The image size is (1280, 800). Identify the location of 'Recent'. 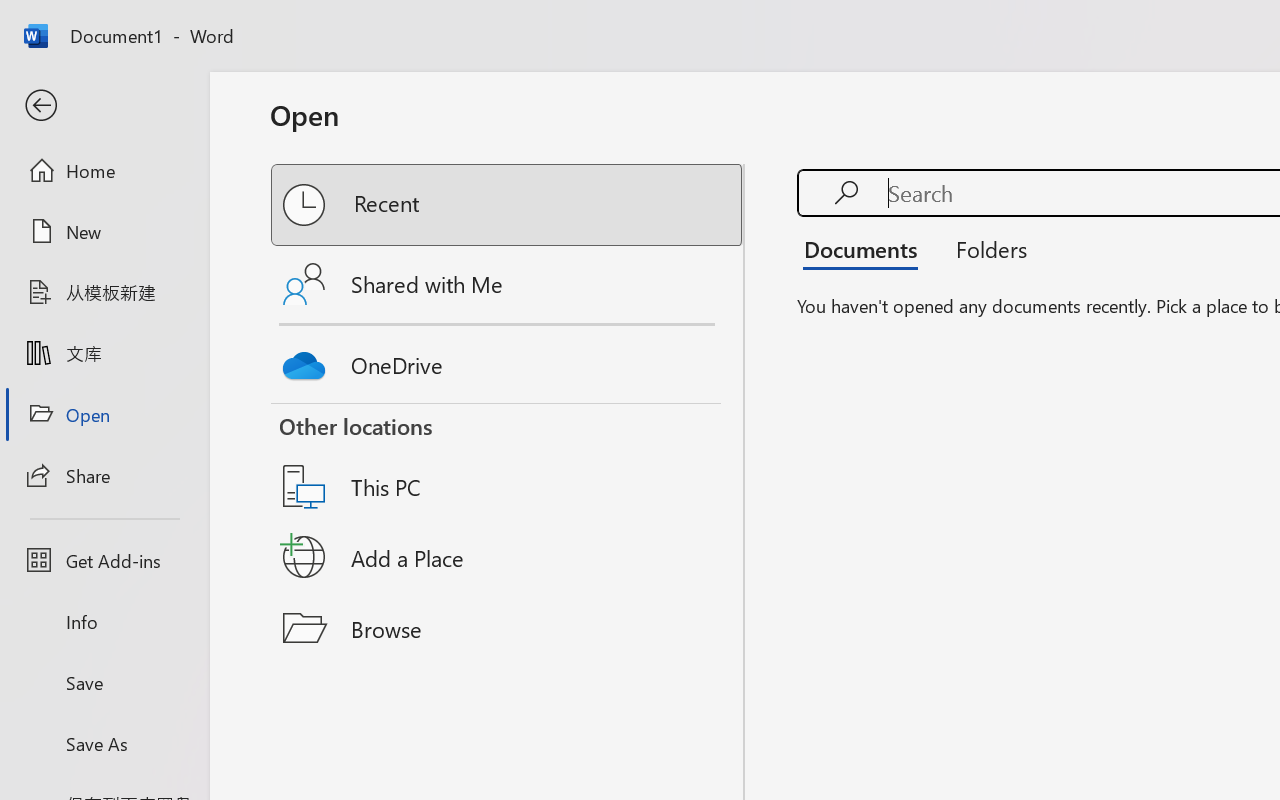
(508, 205).